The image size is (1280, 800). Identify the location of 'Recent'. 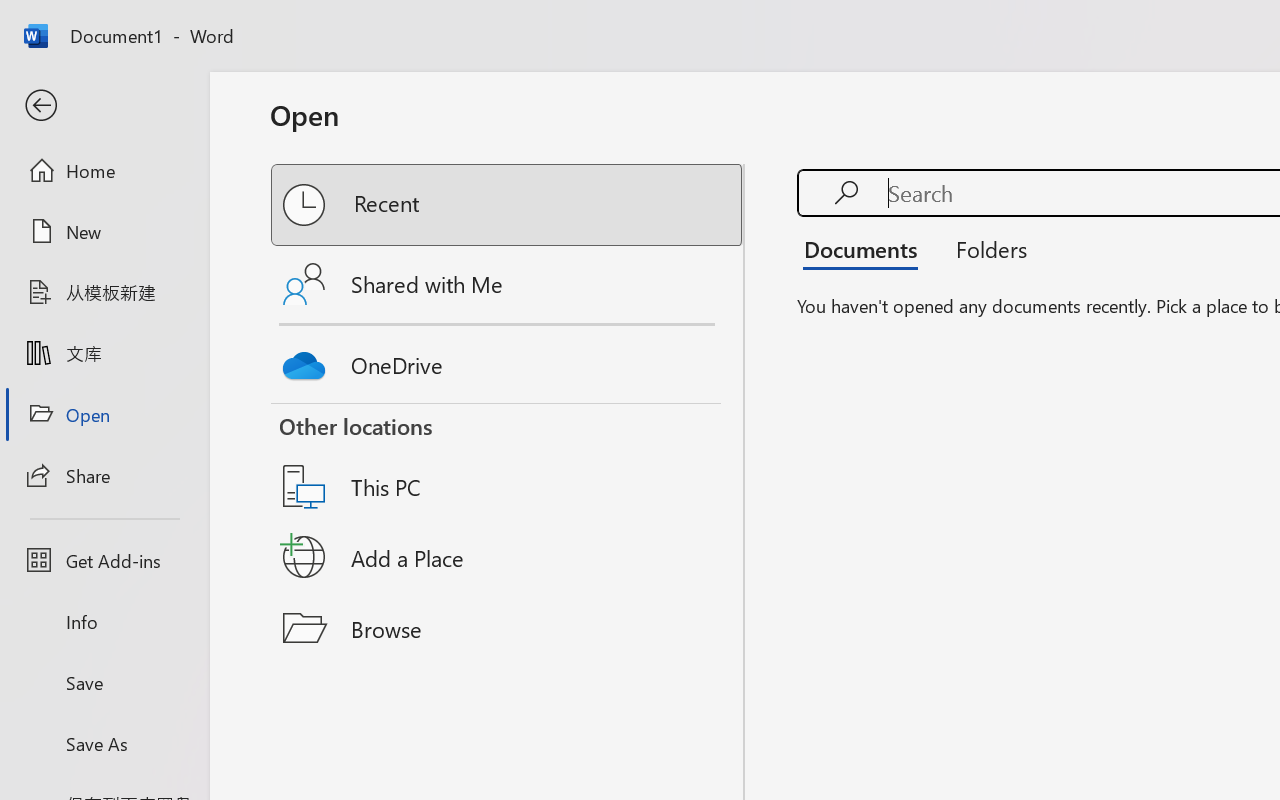
(508, 205).